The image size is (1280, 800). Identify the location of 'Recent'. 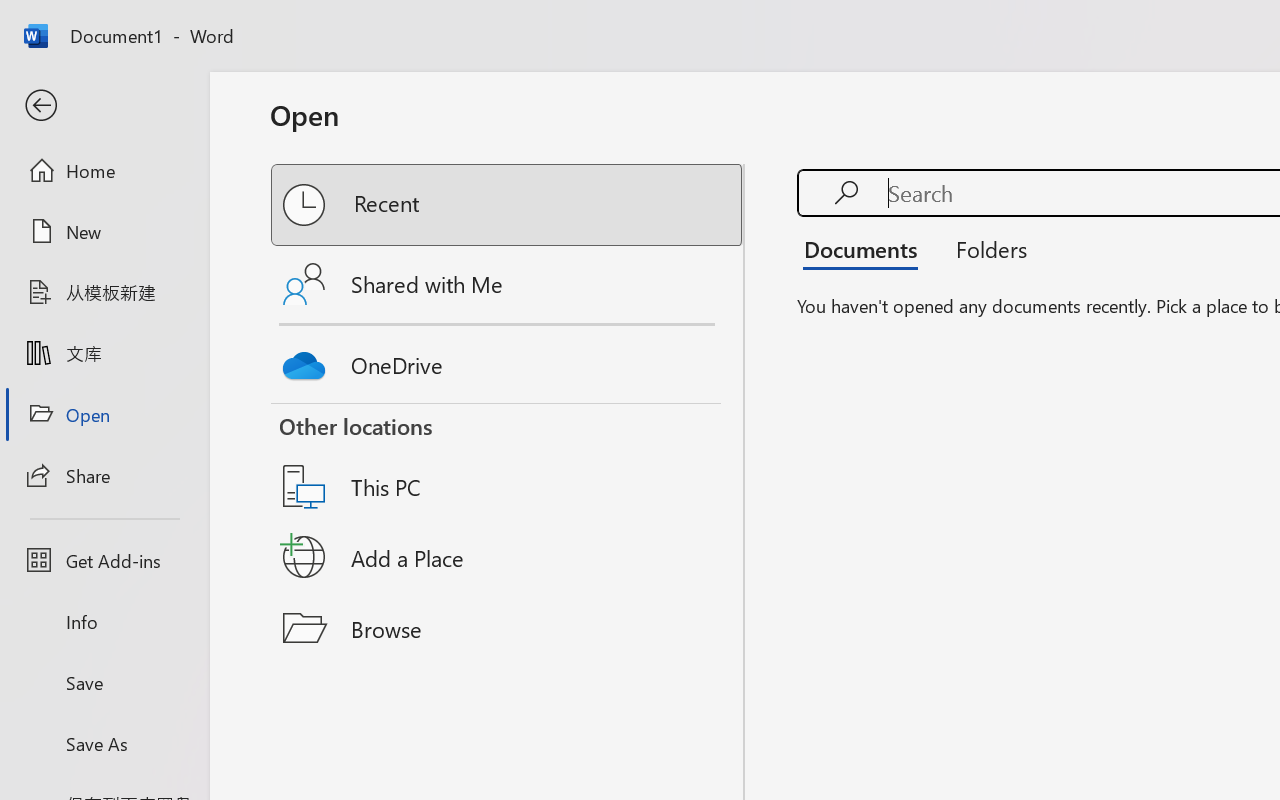
(508, 205).